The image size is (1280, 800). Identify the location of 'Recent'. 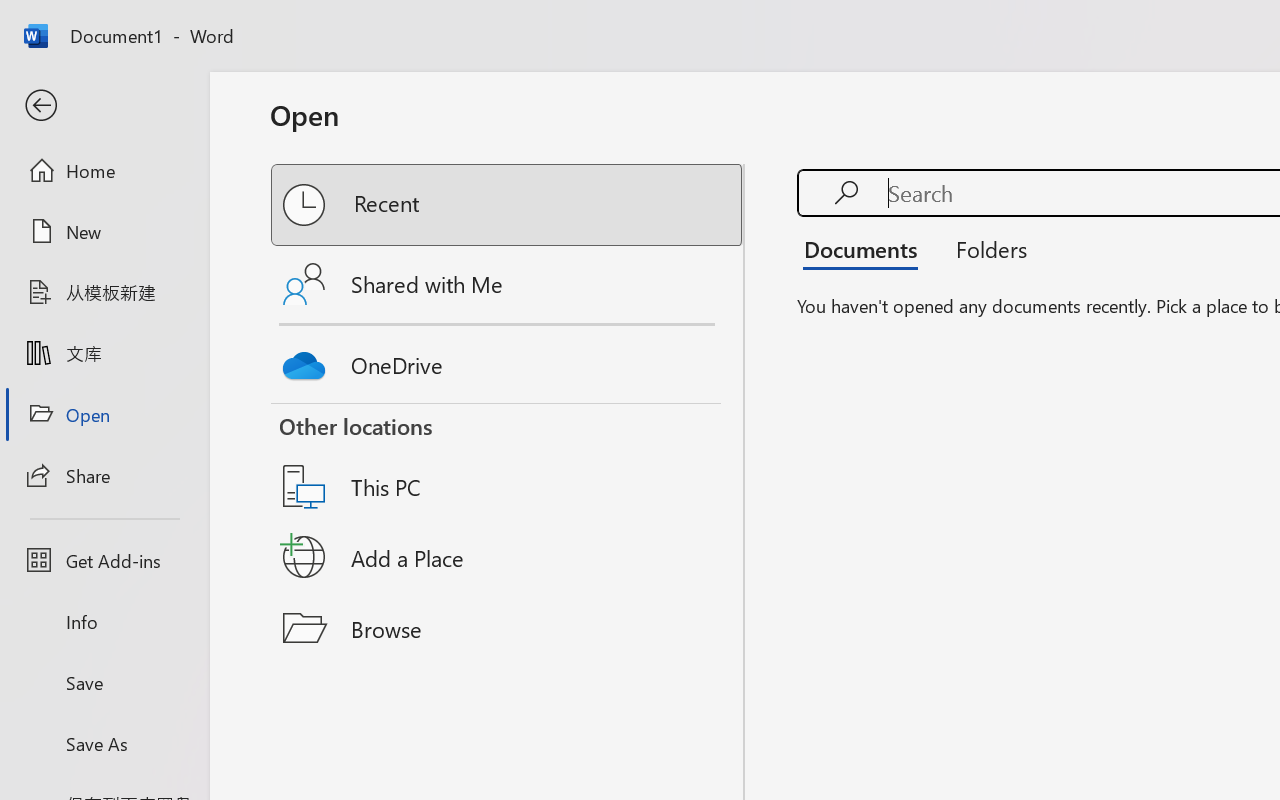
(508, 205).